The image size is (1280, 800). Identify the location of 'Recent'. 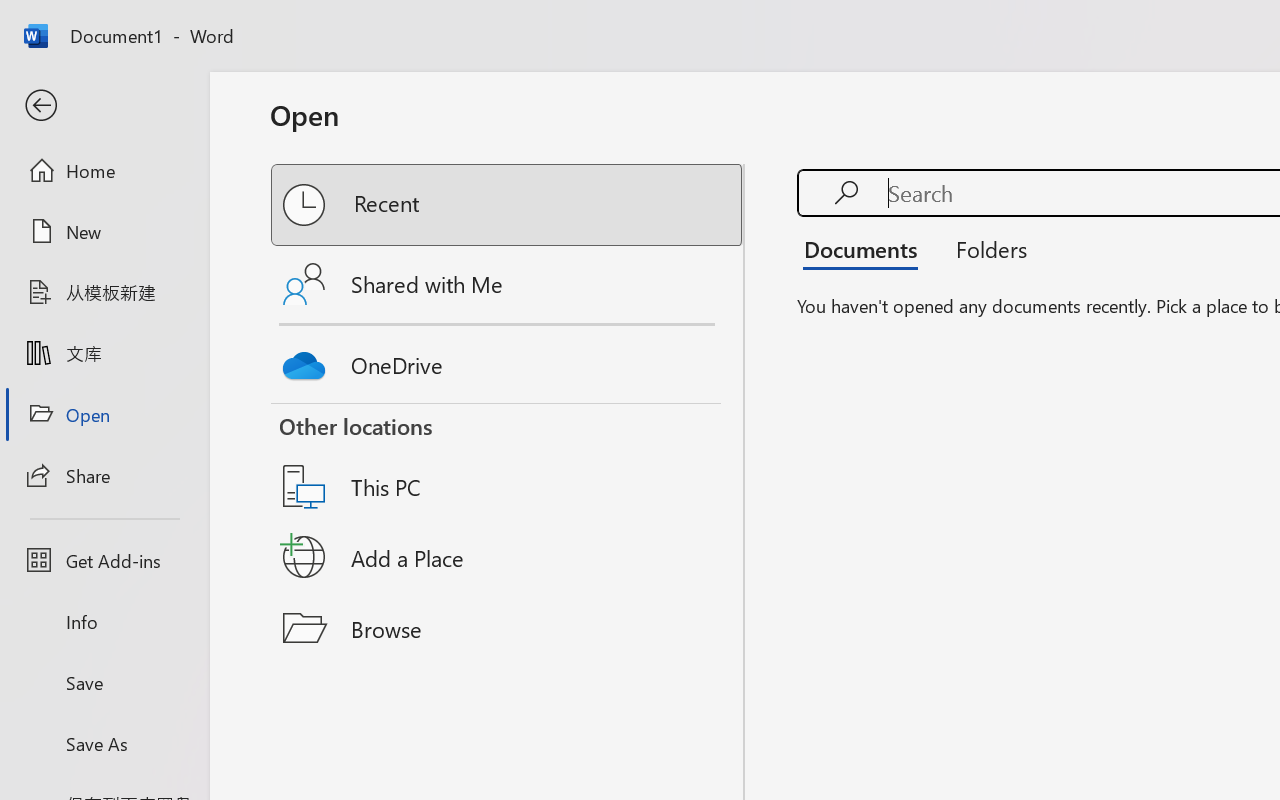
(508, 205).